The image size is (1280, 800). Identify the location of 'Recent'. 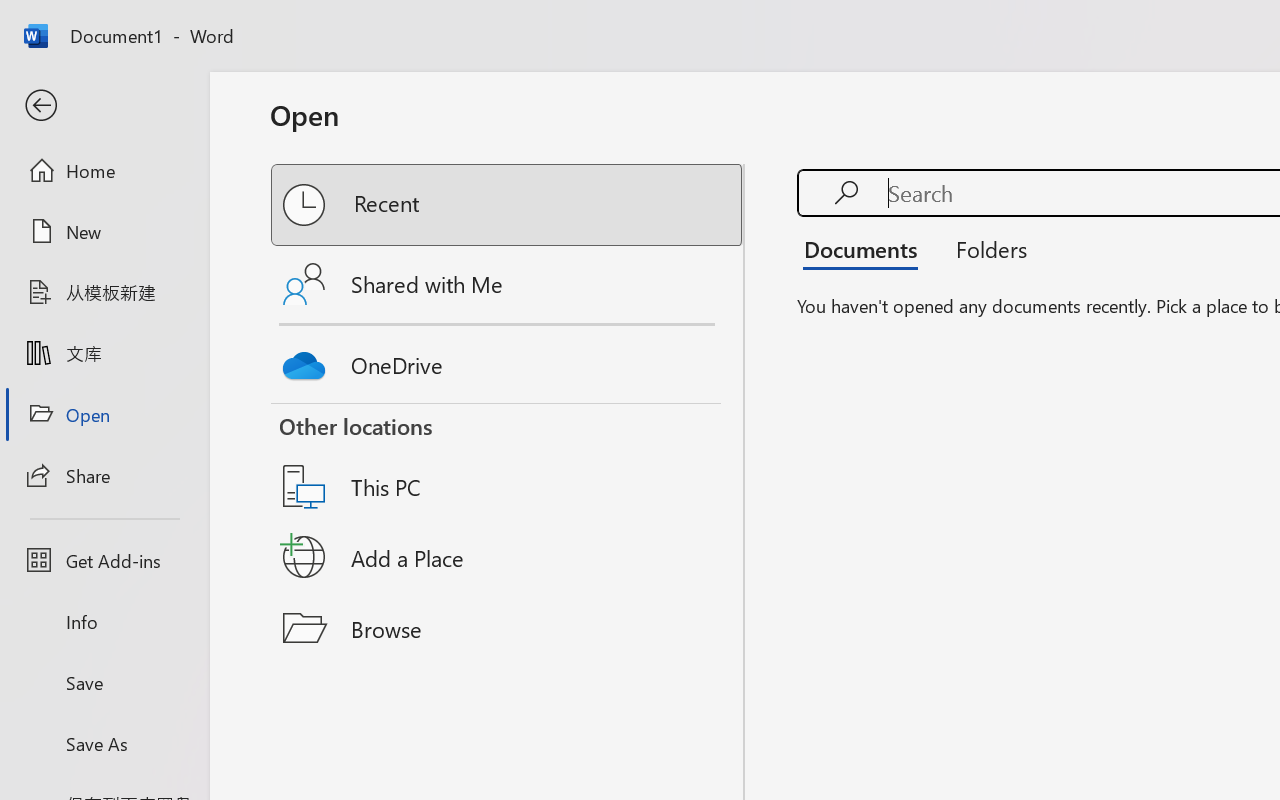
(508, 205).